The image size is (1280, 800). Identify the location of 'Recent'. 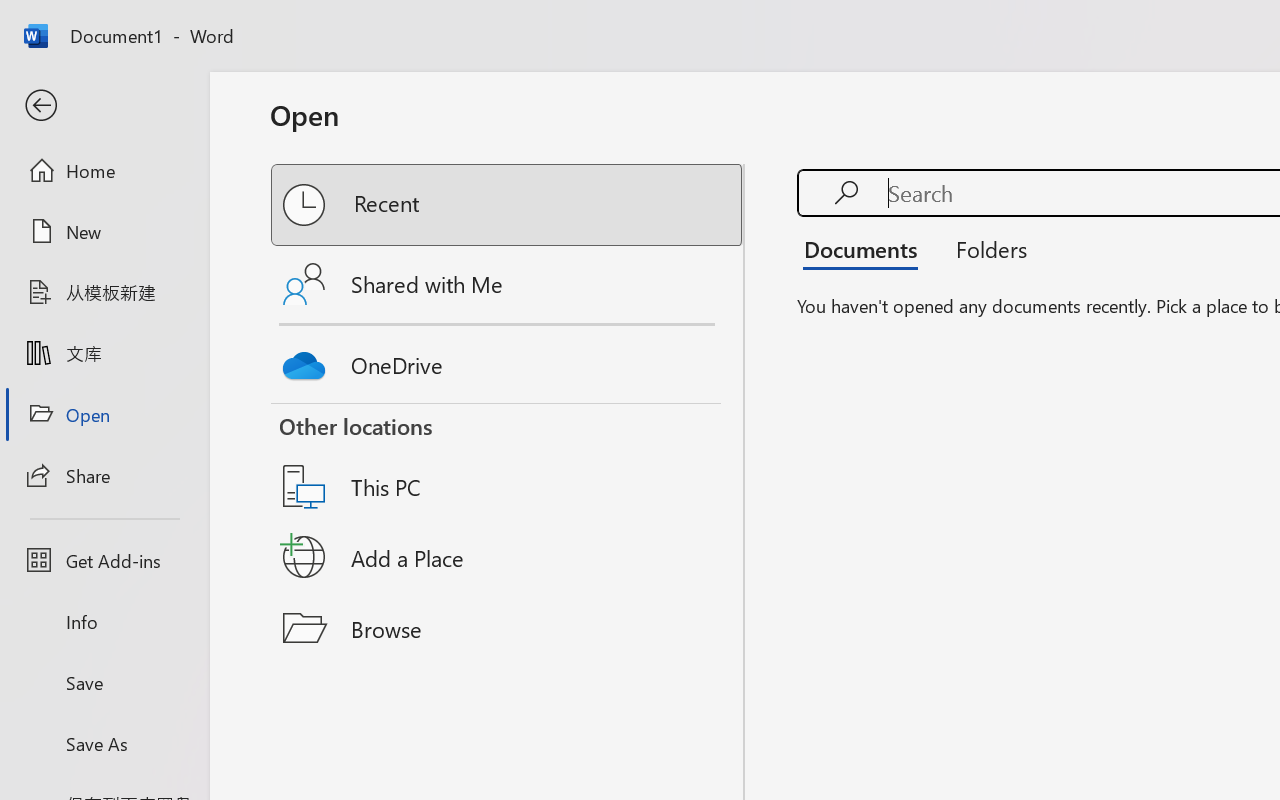
(508, 205).